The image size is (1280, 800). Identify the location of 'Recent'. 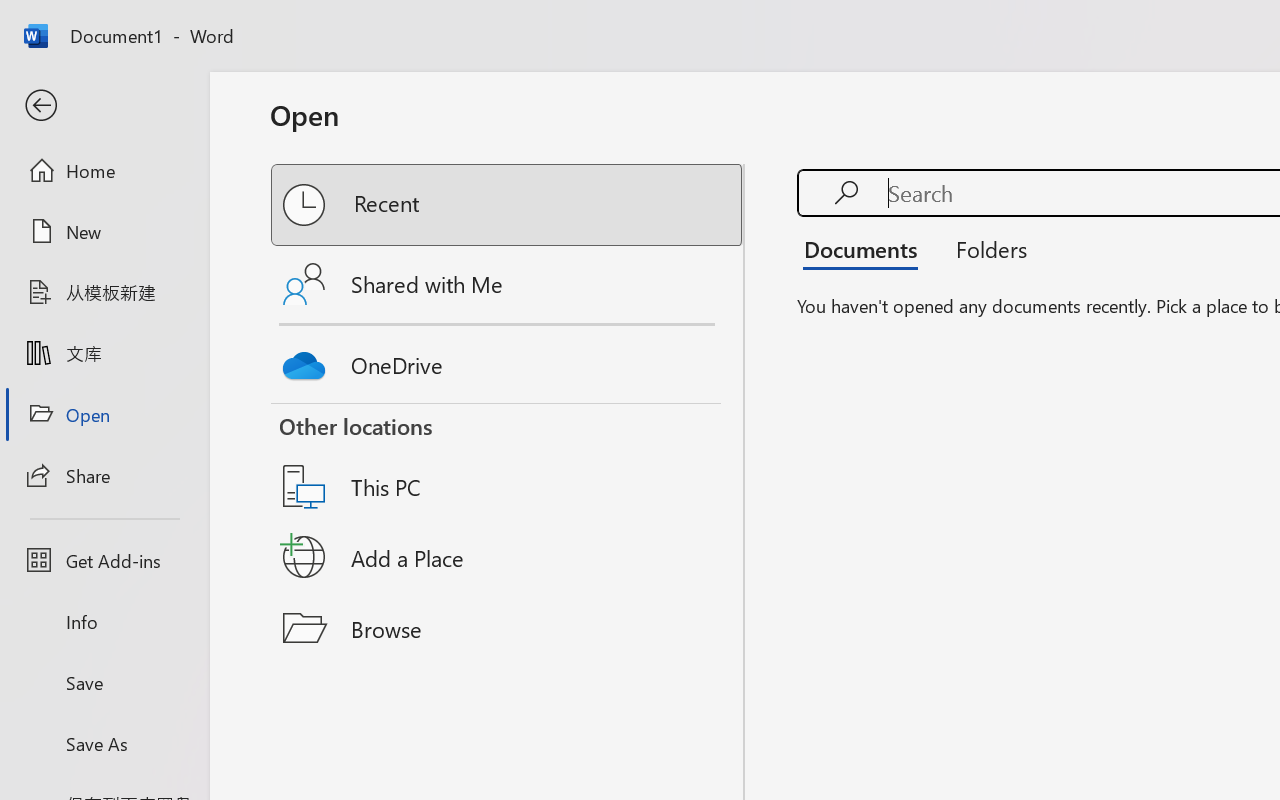
(508, 205).